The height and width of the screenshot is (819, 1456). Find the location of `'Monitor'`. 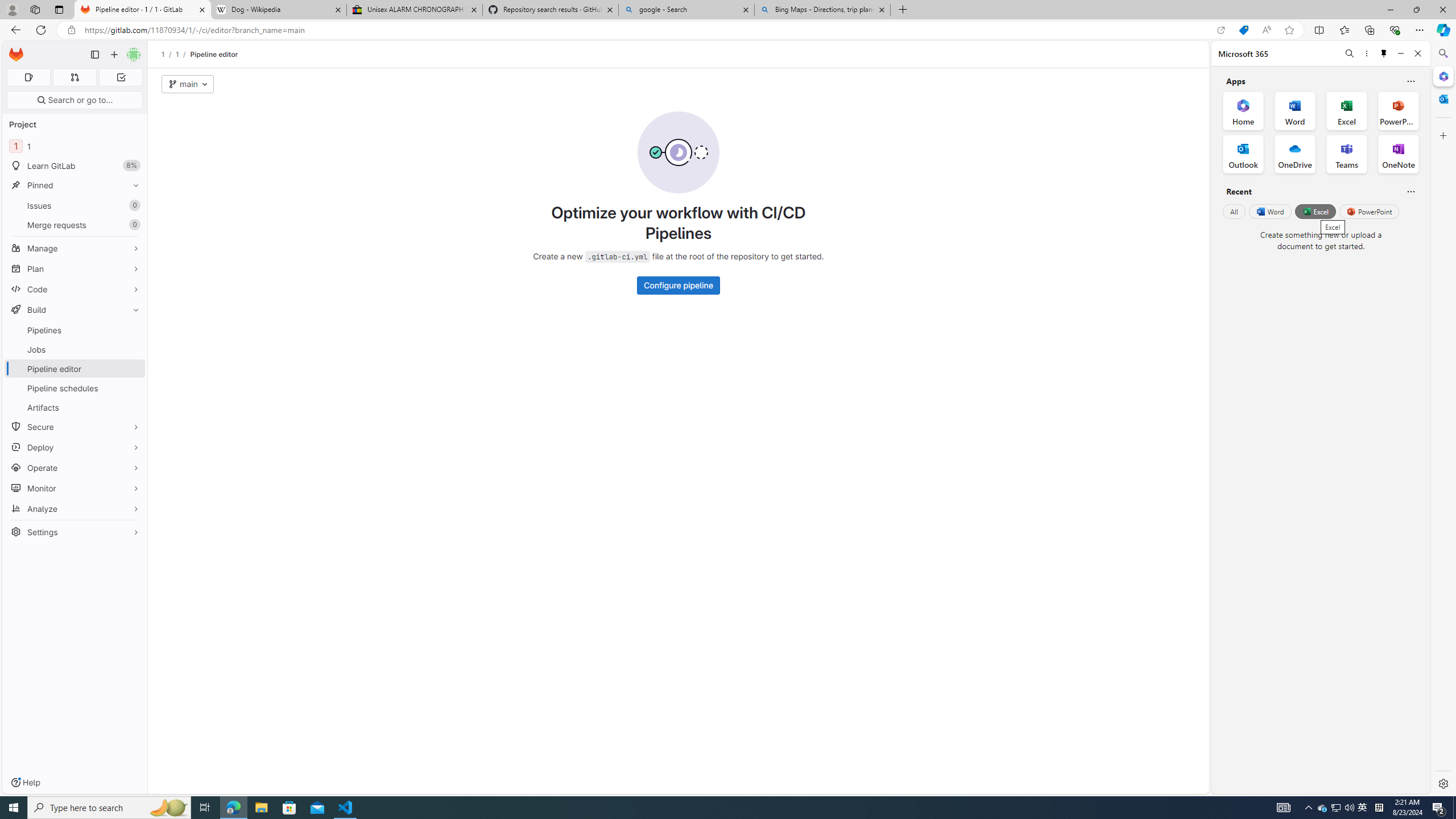

'Monitor' is located at coordinates (74, 487).